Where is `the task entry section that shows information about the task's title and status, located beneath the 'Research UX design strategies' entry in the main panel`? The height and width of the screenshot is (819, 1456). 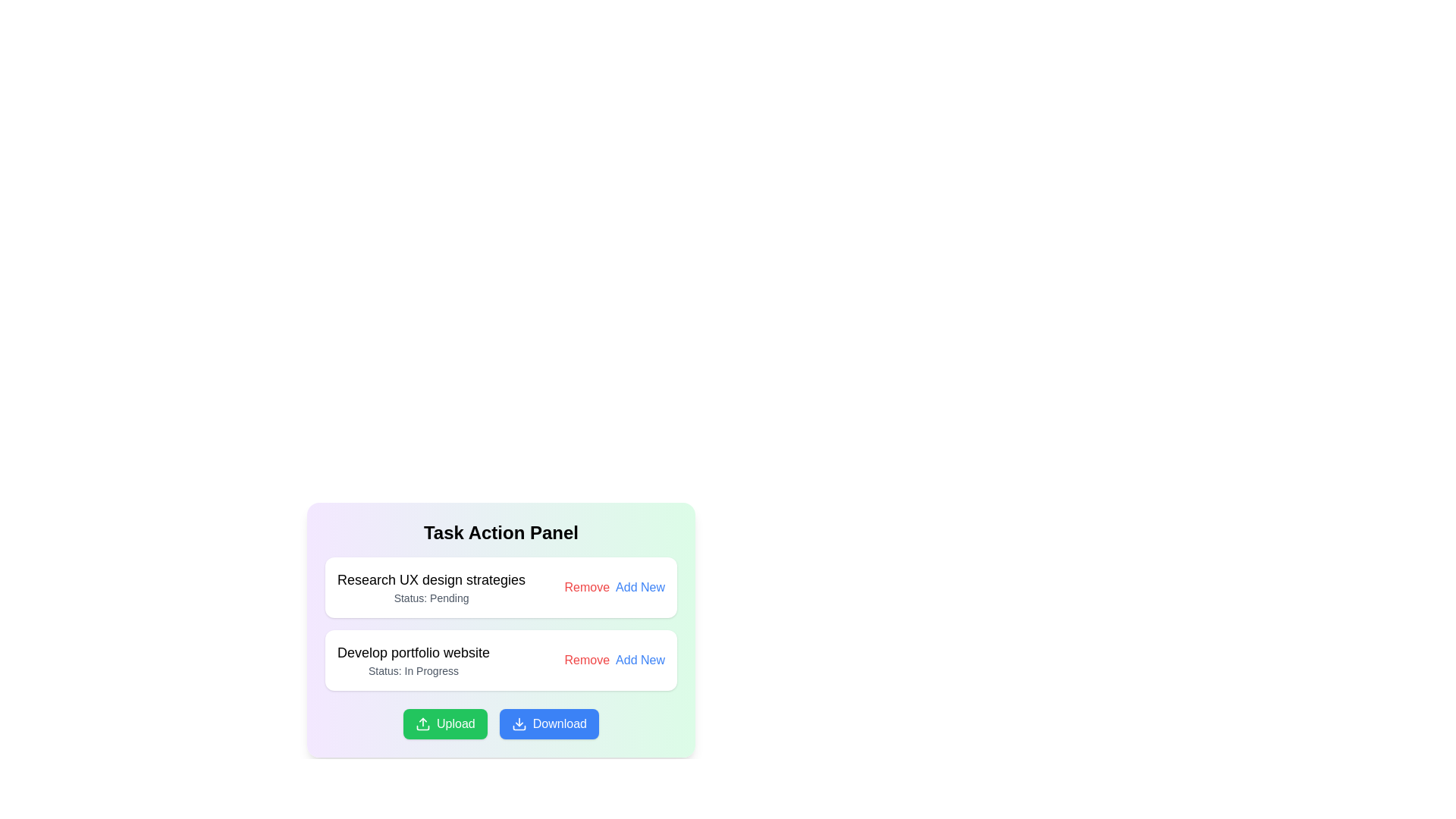
the task entry section that shows information about the task's title and status, located beneath the 'Research UX design strategies' entry in the main panel is located at coordinates (501, 660).